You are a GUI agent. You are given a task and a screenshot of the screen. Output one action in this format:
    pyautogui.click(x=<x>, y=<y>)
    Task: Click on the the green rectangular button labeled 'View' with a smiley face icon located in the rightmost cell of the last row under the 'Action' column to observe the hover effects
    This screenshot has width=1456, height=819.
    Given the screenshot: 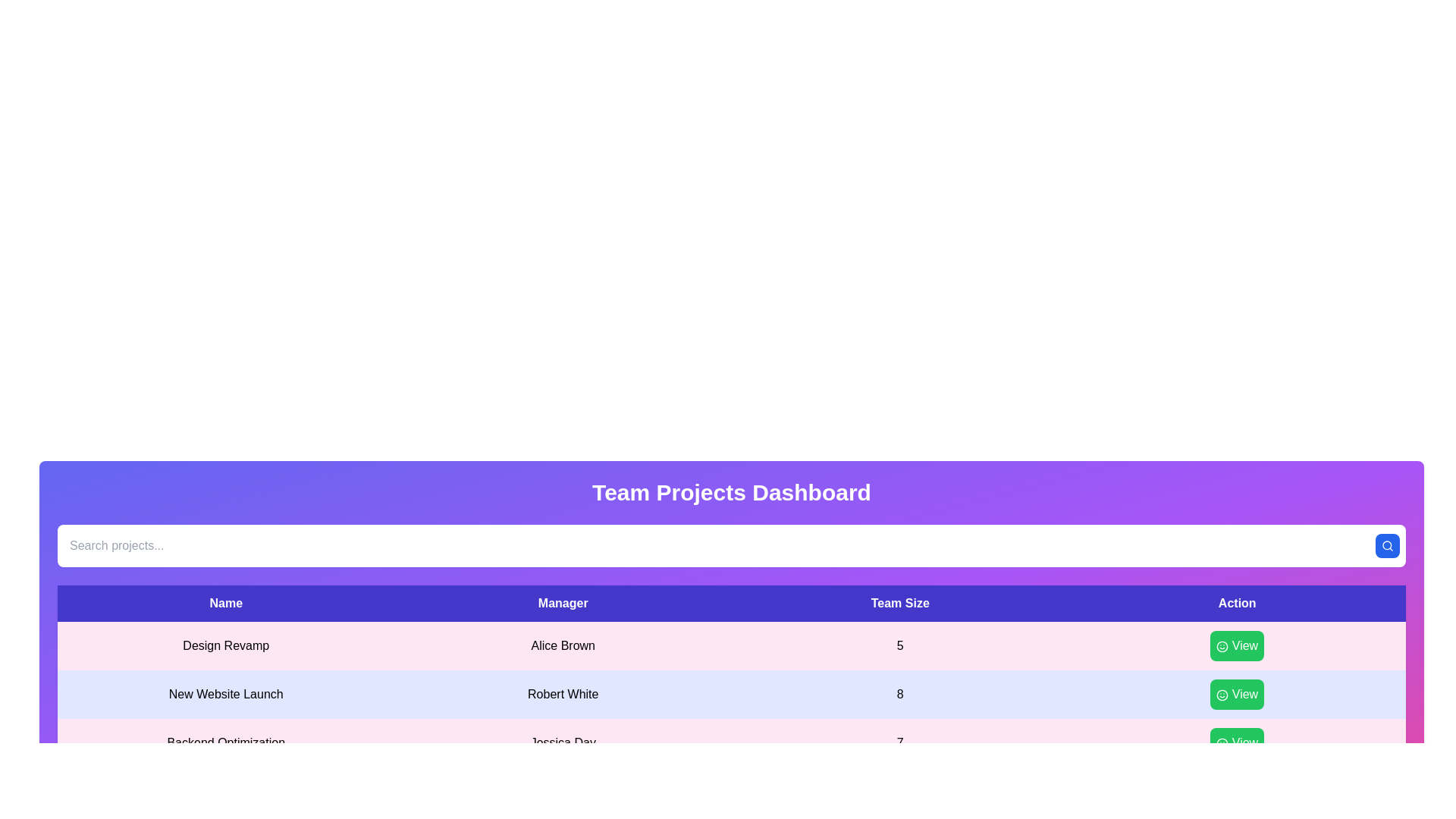 What is the action you would take?
    pyautogui.click(x=1237, y=742)
    